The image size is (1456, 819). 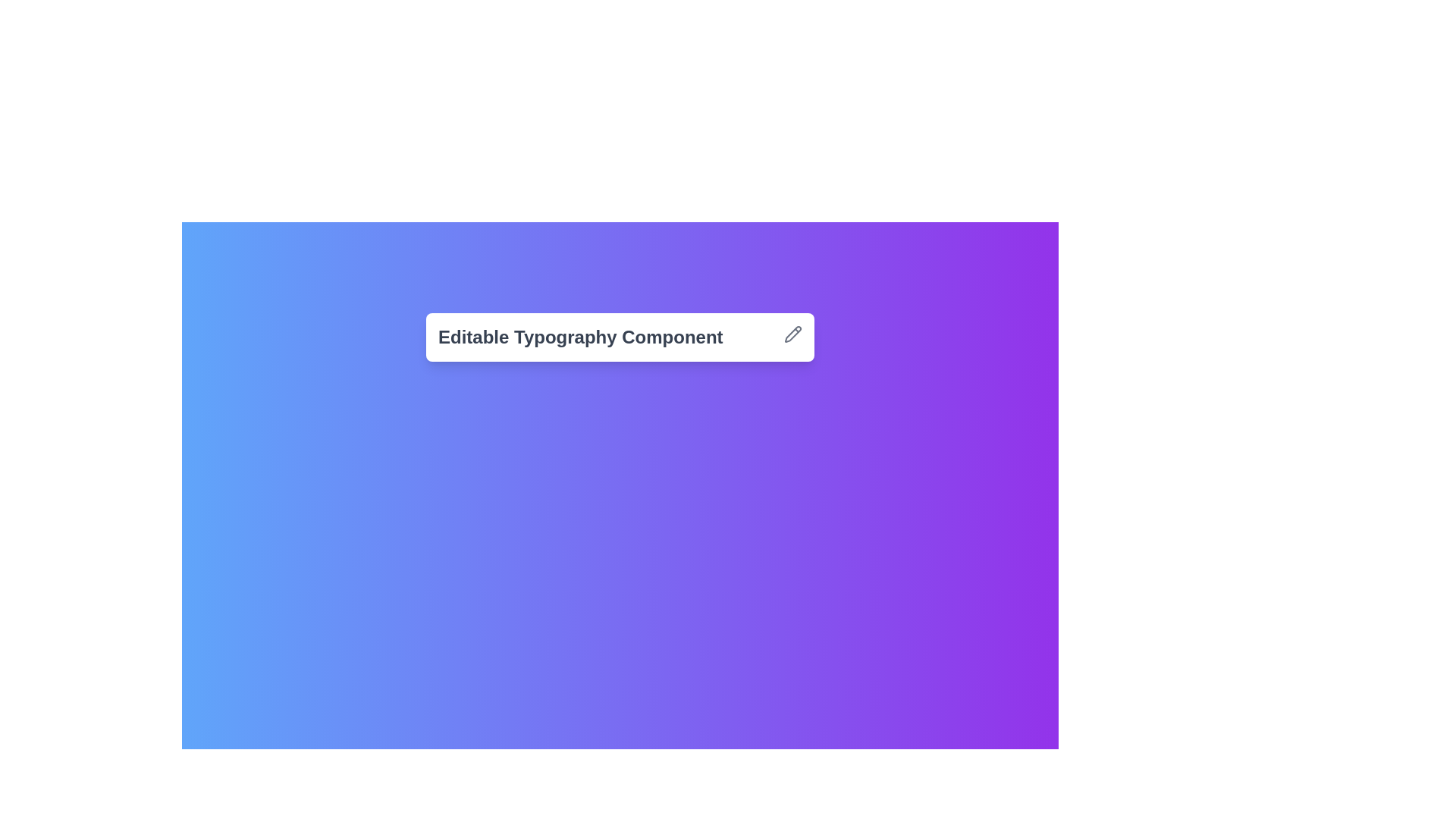 I want to click on the 'Editable Typography Component' text to select and edit it, so click(x=620, y=336).